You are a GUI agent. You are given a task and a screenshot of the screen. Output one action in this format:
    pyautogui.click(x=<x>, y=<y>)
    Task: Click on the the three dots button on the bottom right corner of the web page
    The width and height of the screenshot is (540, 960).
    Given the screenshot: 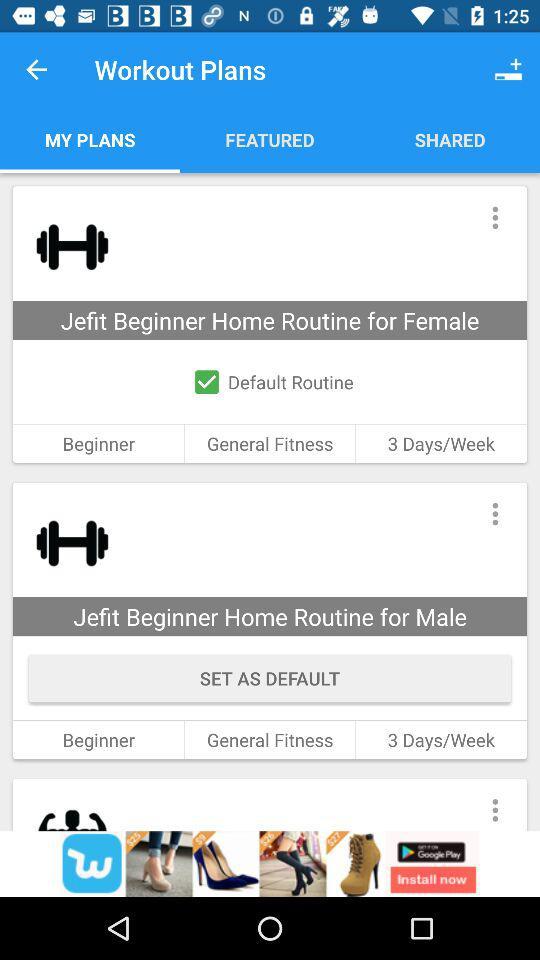 What is the action you would take?
    pyautogui.click(x=494, y=804)
    